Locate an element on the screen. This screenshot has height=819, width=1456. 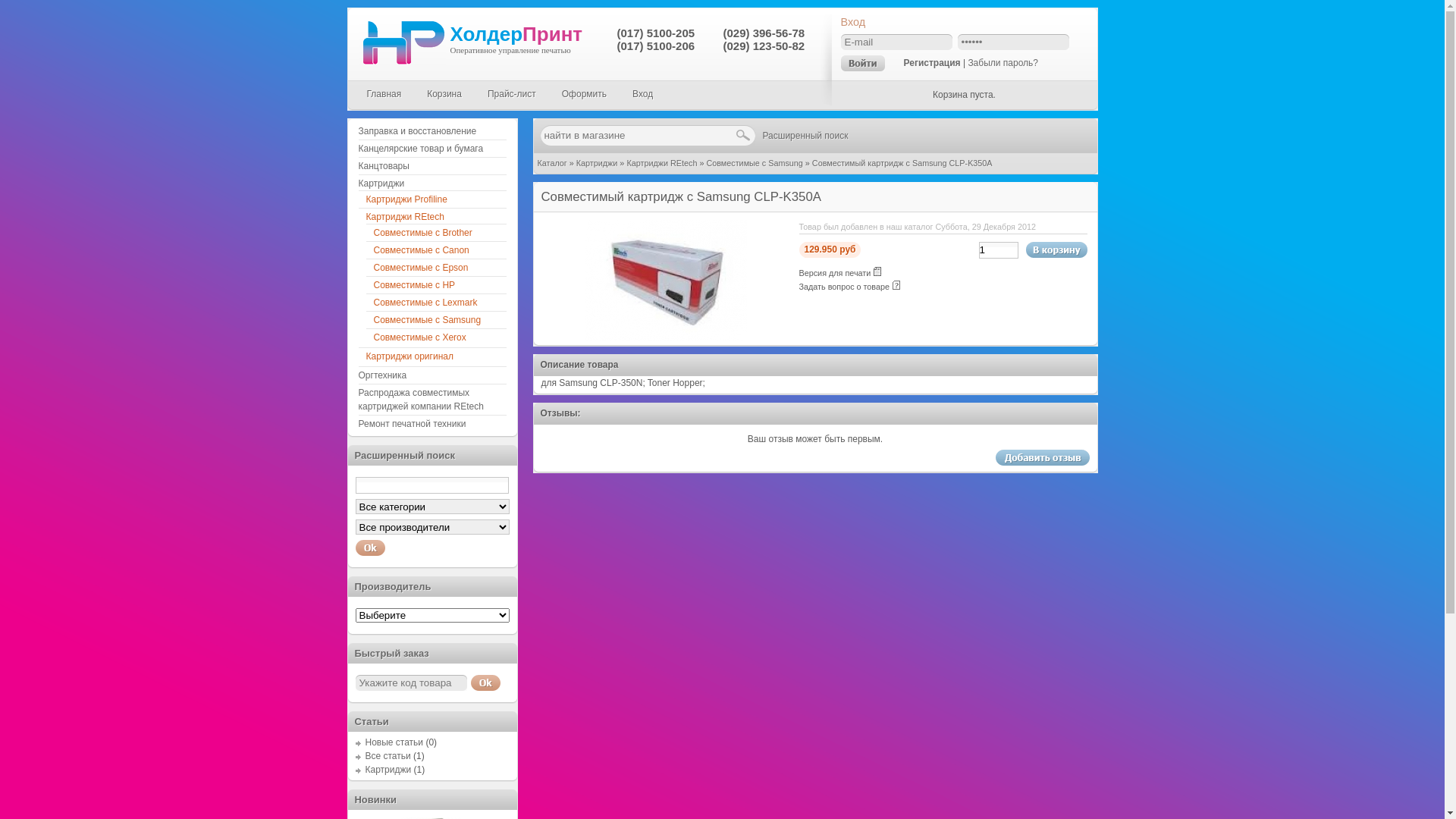
'******' is located at coordinates (1012, 41).